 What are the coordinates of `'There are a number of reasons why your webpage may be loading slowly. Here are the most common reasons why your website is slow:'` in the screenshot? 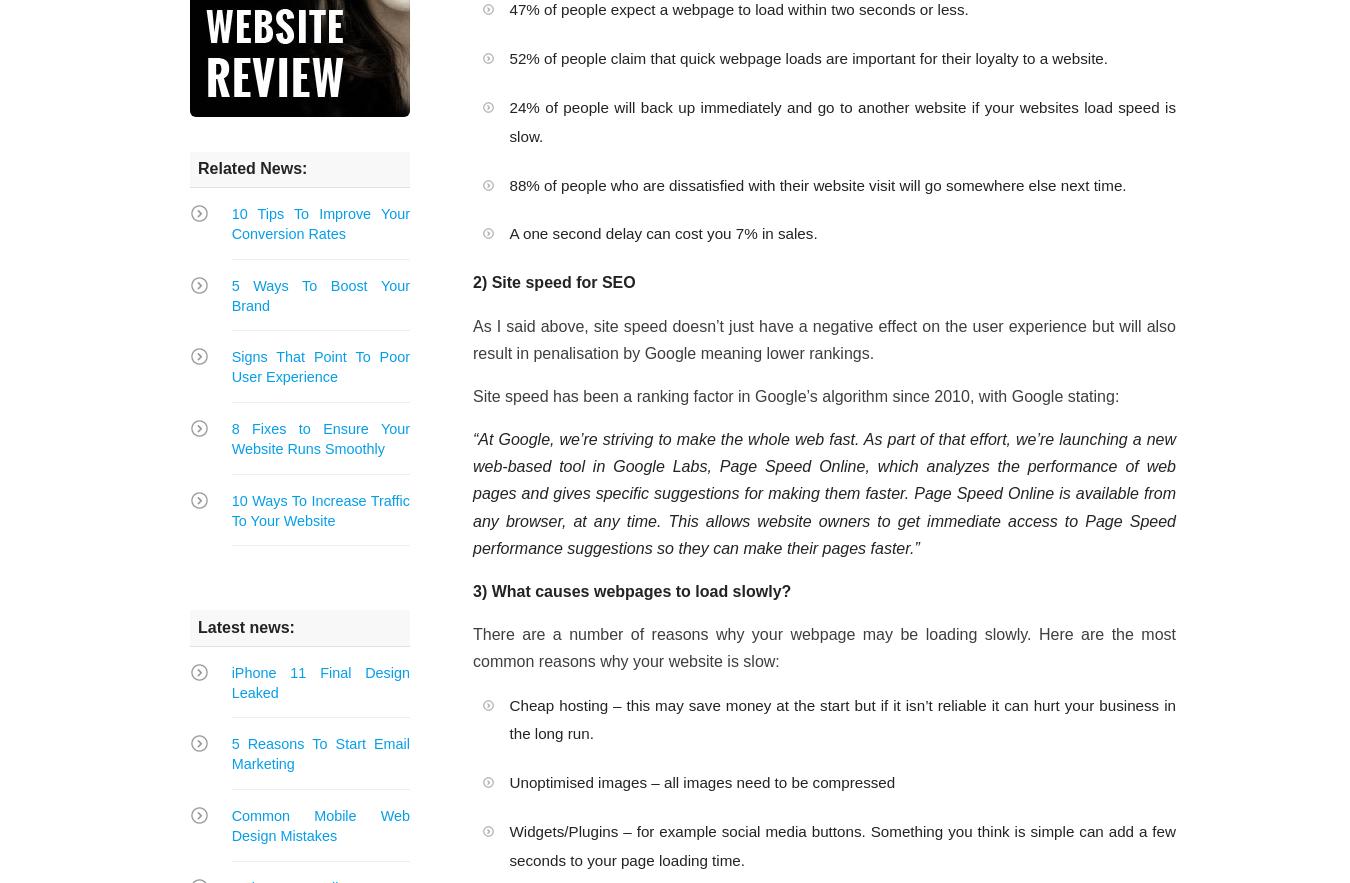 It's located at (824, 647).